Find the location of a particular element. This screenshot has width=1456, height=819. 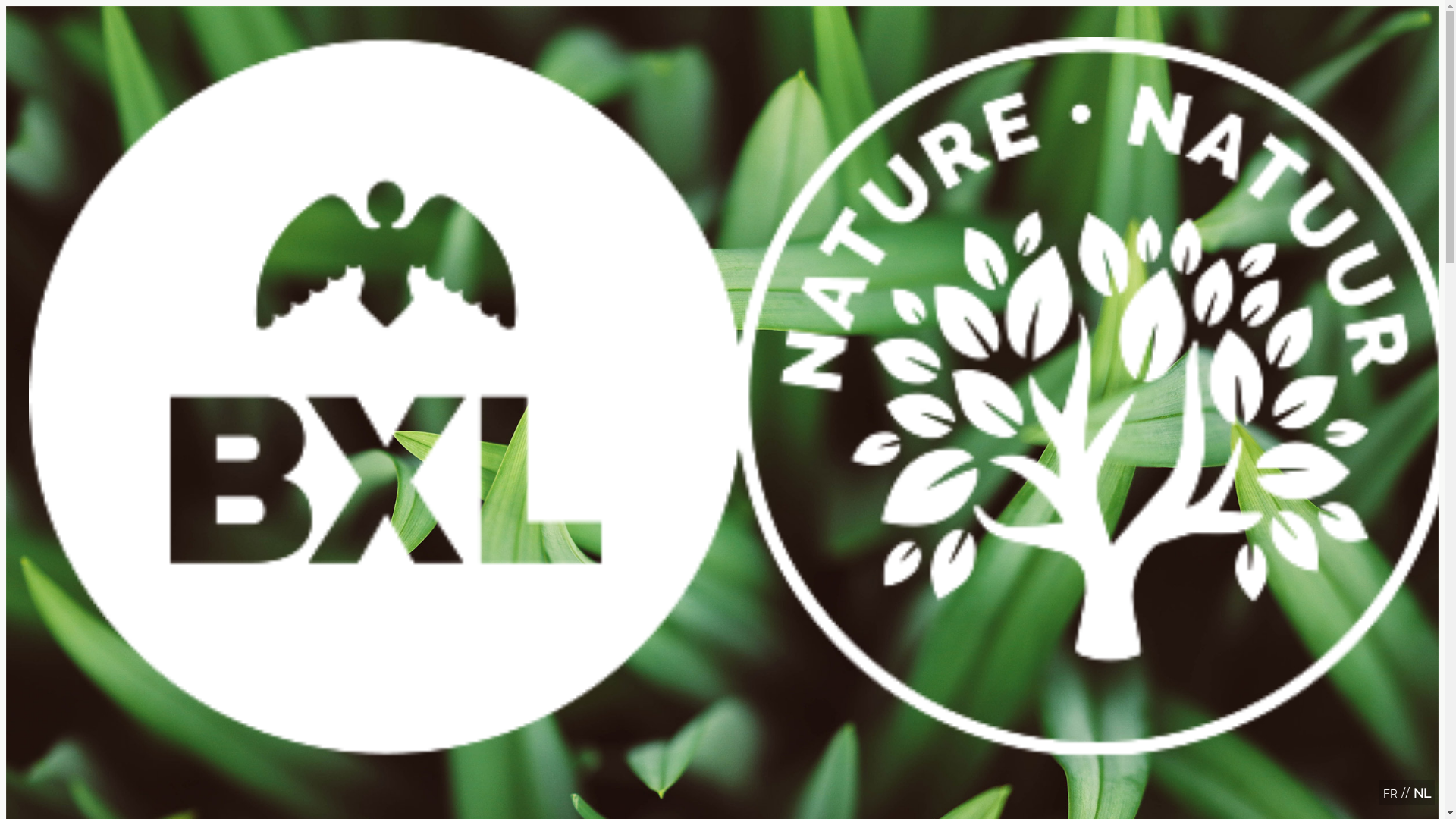

'NL' is located at coordinates (1421, 792).